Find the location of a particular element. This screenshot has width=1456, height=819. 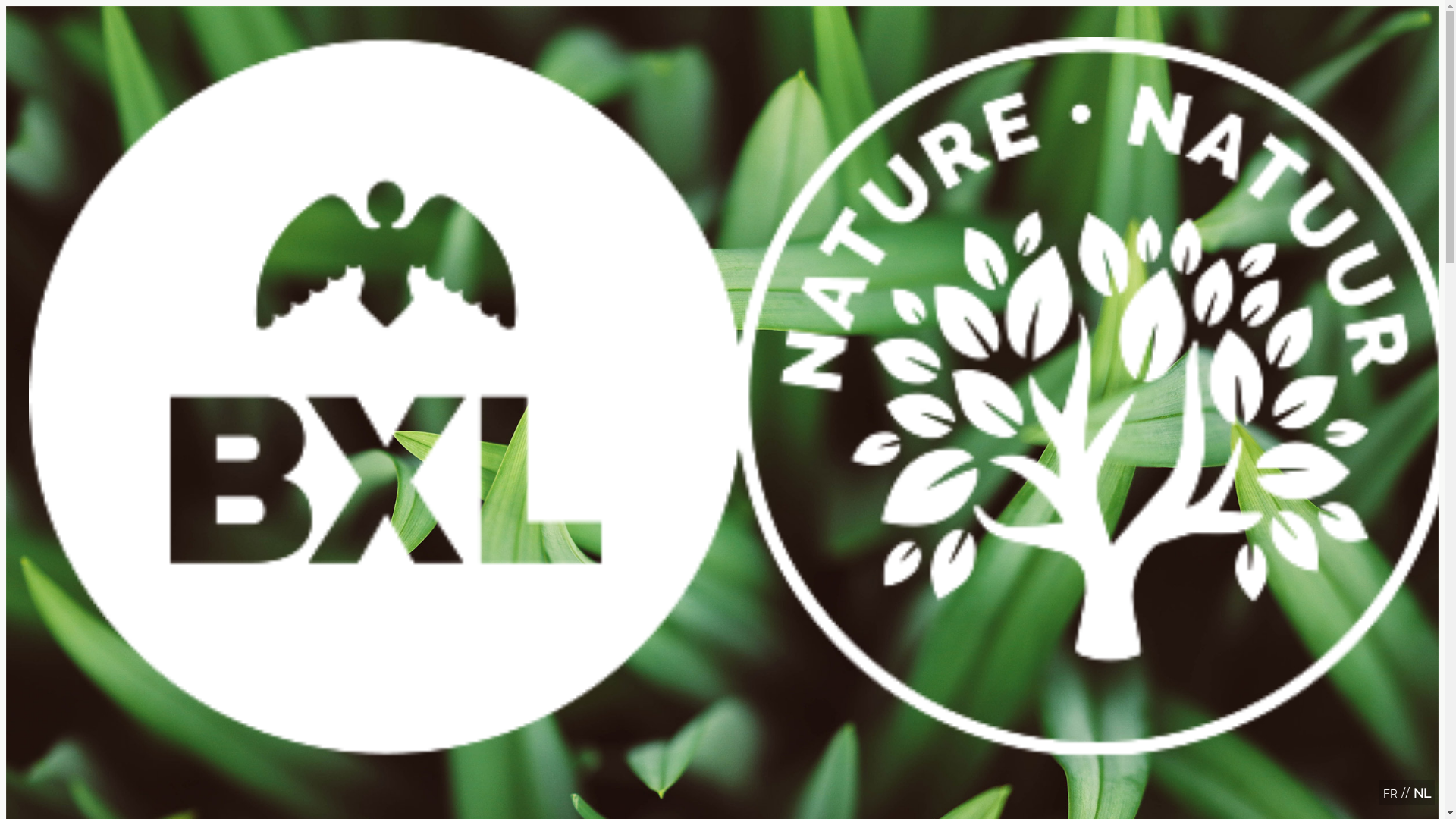

'NL' is located at coordinates (1421, 792).